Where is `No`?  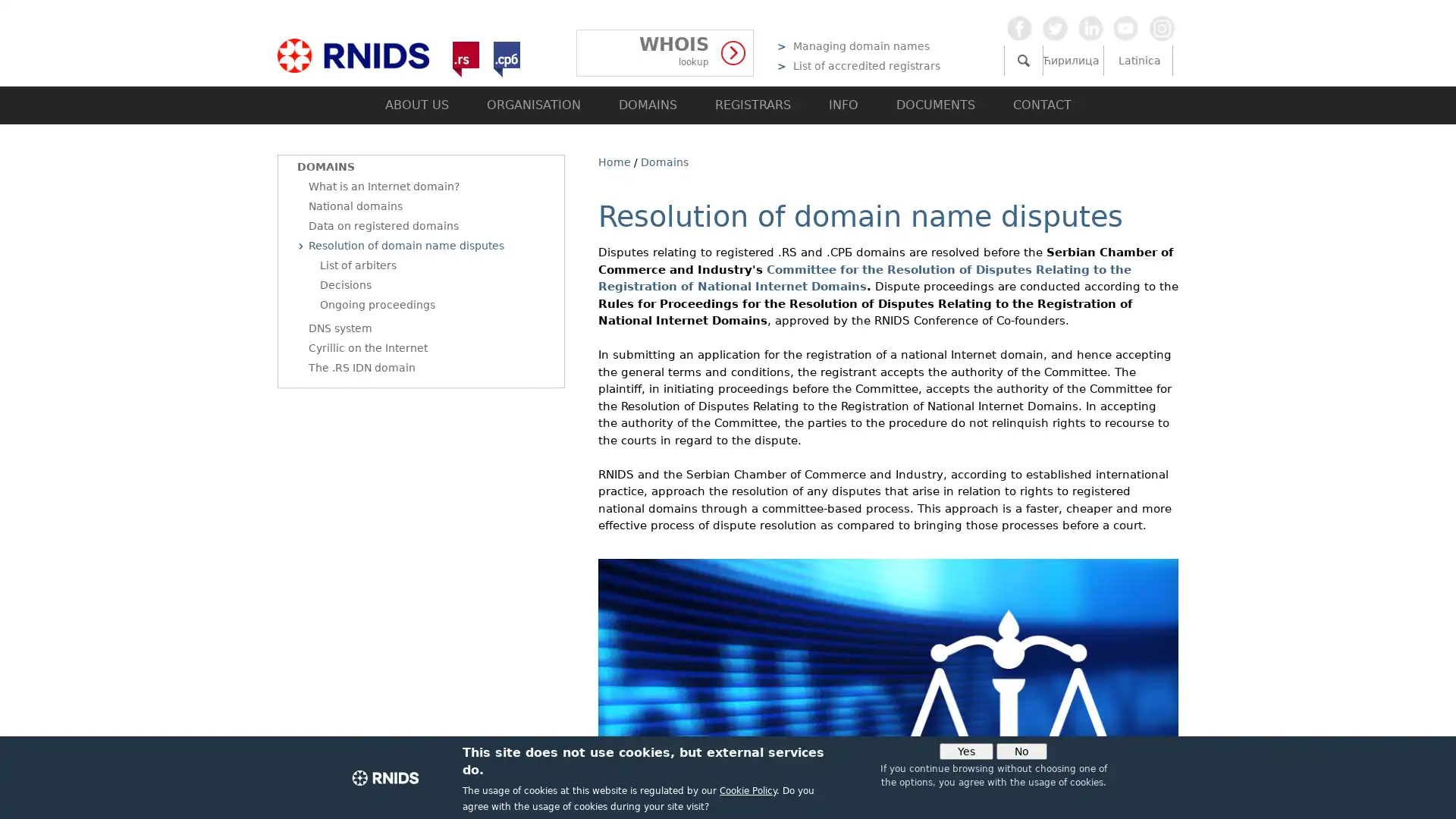 No is located at coordinates (1021, 752).